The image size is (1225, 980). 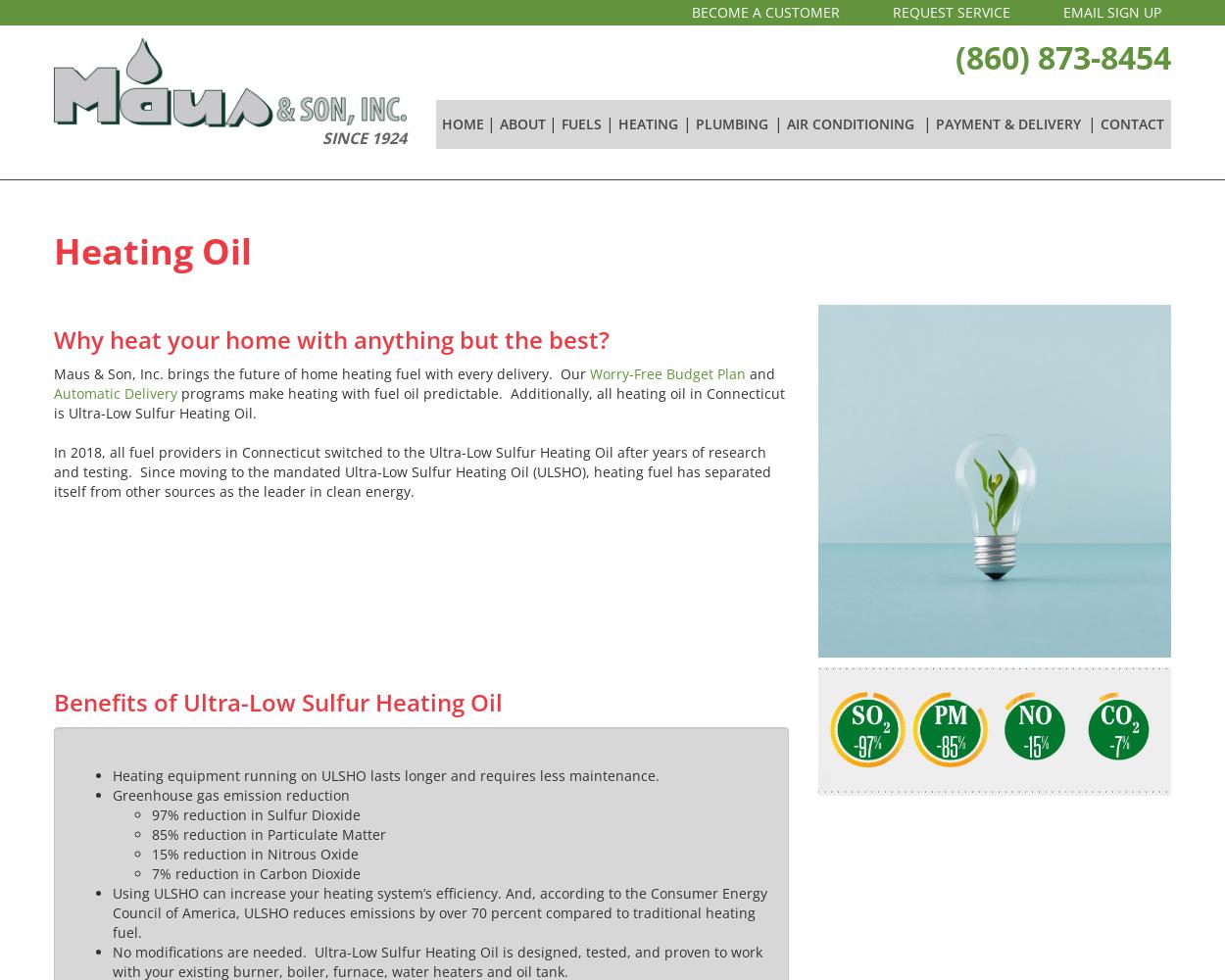 I want to click on 'Using ULSHO can increase your heating system’s efficiency. And, according to the Consumer Energy Council of America, ULSHO reduces emissions by over 70 percent compared to traditional heating fuel.', so click(x=439, y=912).